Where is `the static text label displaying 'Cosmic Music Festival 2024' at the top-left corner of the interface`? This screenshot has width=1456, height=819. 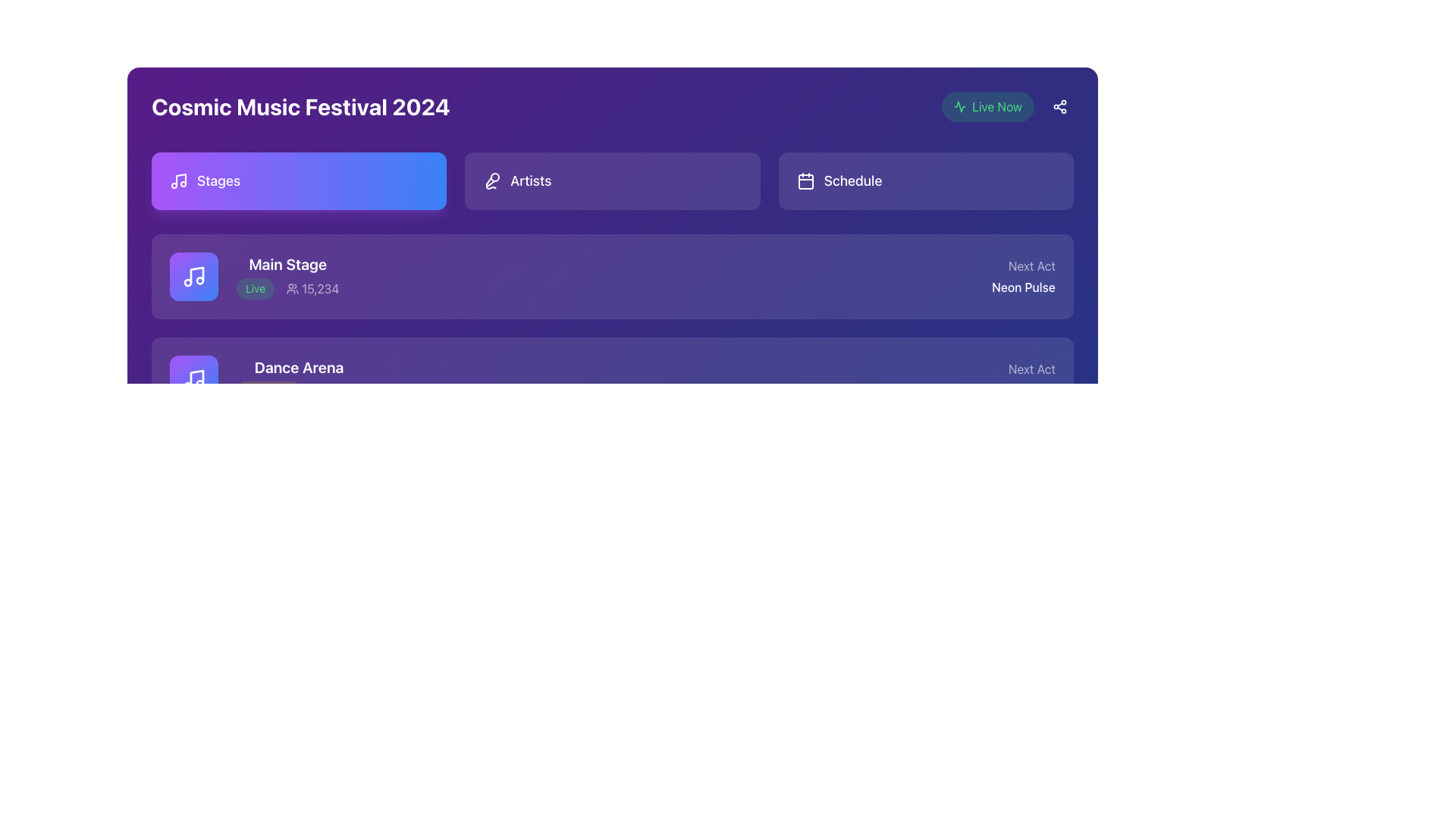 the static text label displaying 'Cosmic Music Festival 2024' at the top-left corner of the interface is located at coordinates (300, 106).